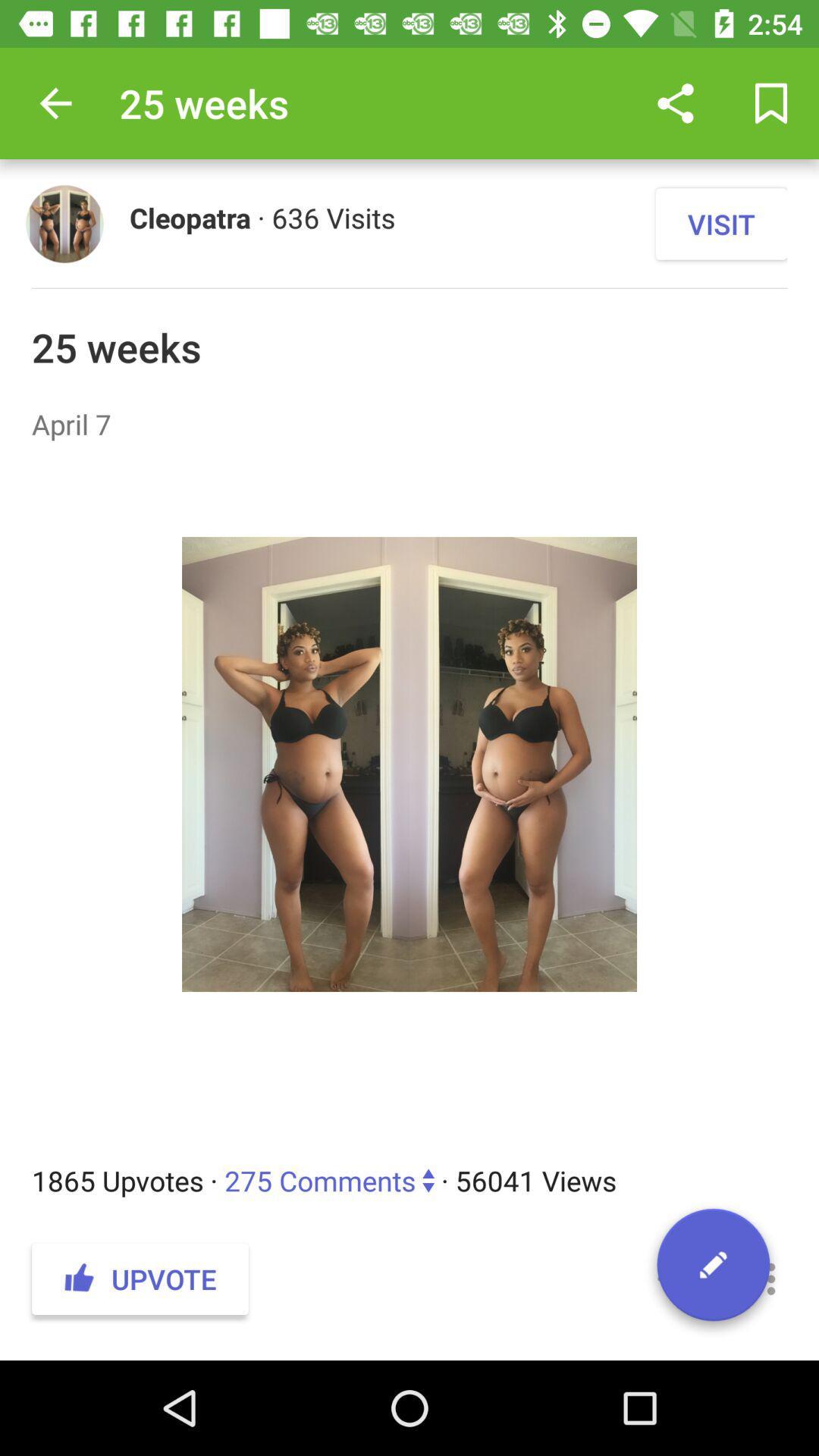 Image resolution: width=819 pixels, height=1456 pixels. Describe the element at coordinates (409, 424) in the screenshot. I see `item below 25 weeks` at that location.